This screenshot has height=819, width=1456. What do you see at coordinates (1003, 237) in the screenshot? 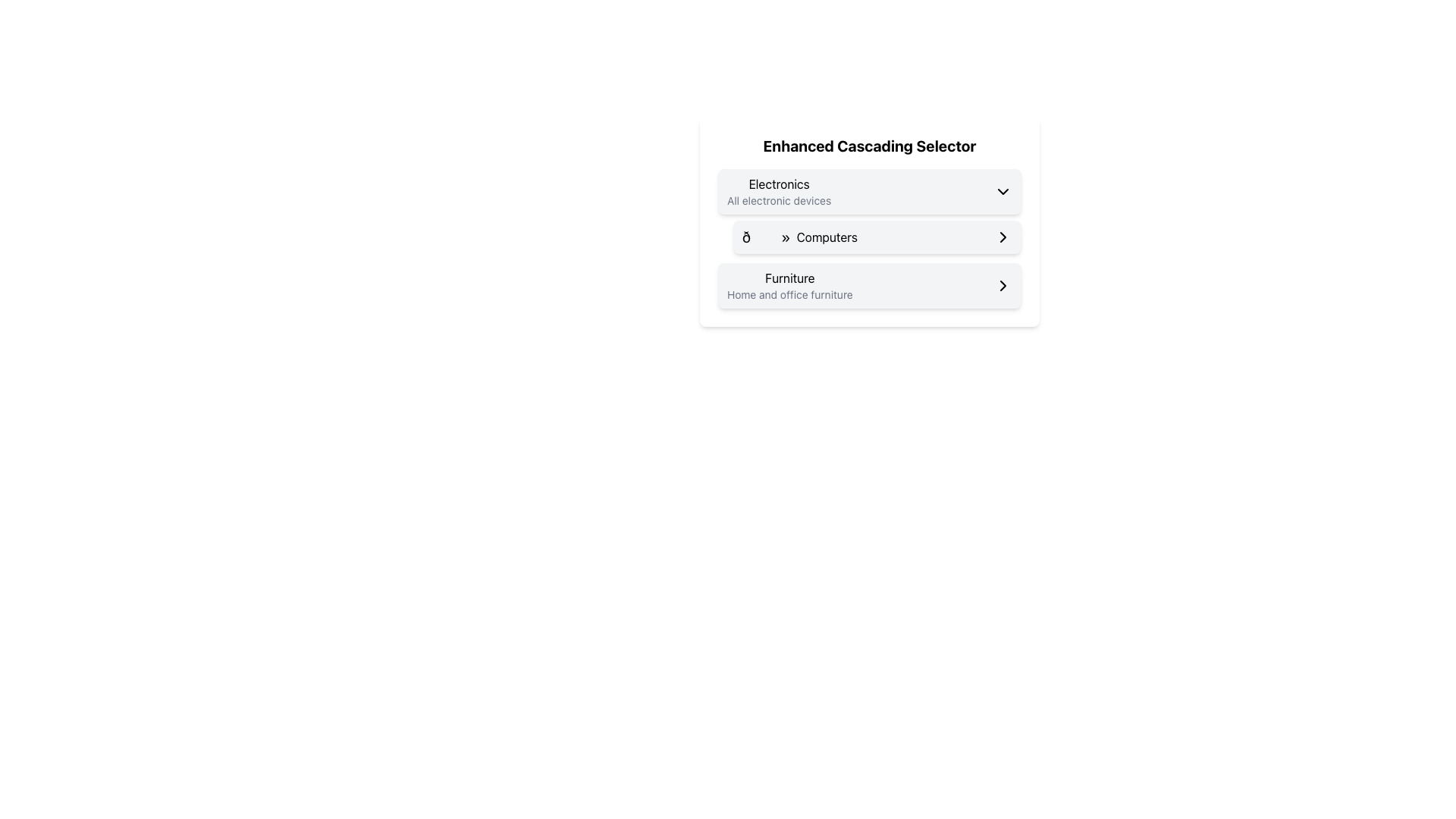
I see `the rightward chevron icon in the 'Computers' category` at bounding box center [1003, 237].